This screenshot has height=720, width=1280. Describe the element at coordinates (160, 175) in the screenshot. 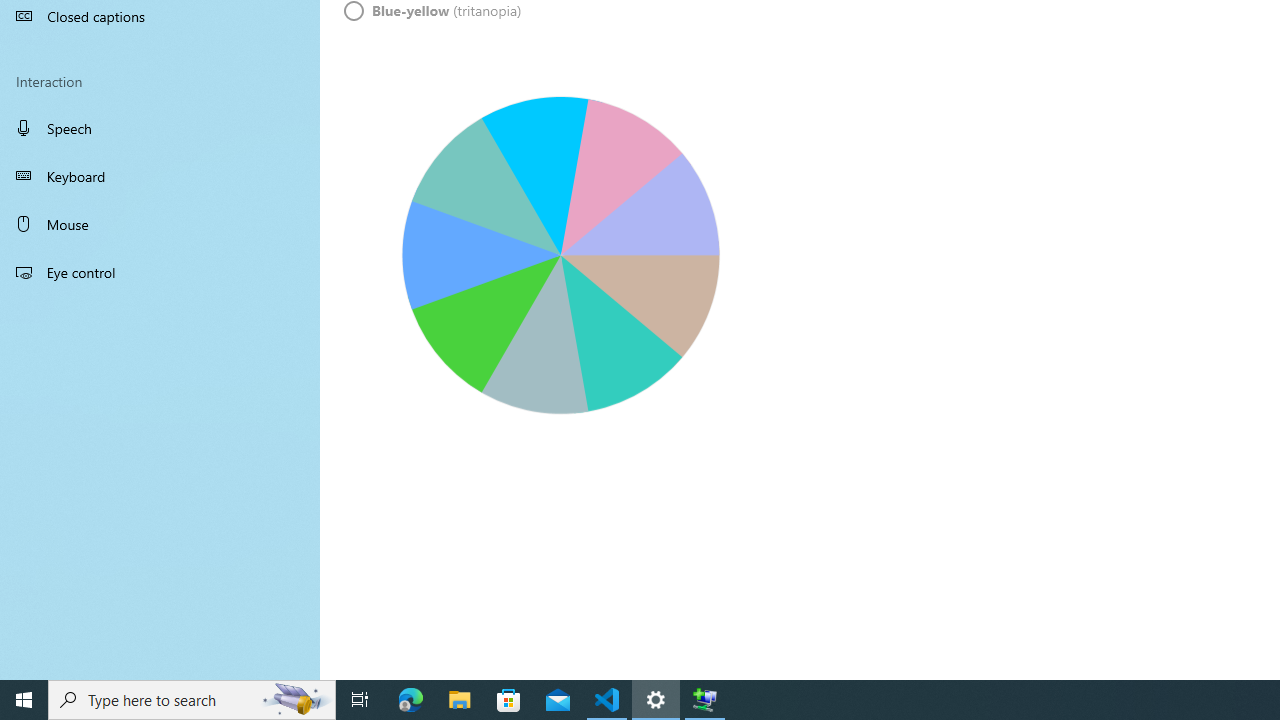

I see `'Keyboard'` at that location.